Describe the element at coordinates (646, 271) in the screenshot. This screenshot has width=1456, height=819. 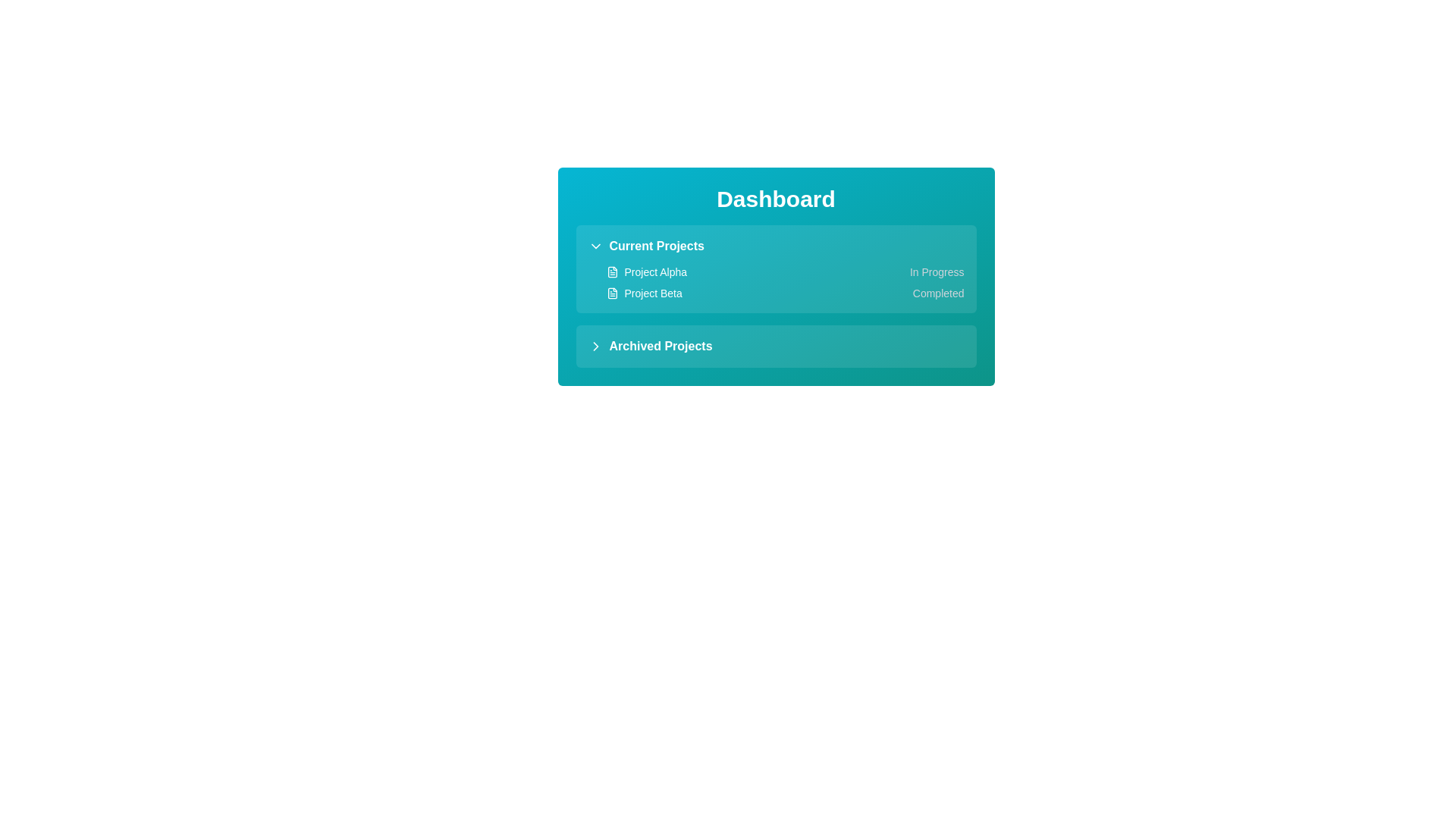
I see `the List Item representing 'Project Alpha'` at that location.